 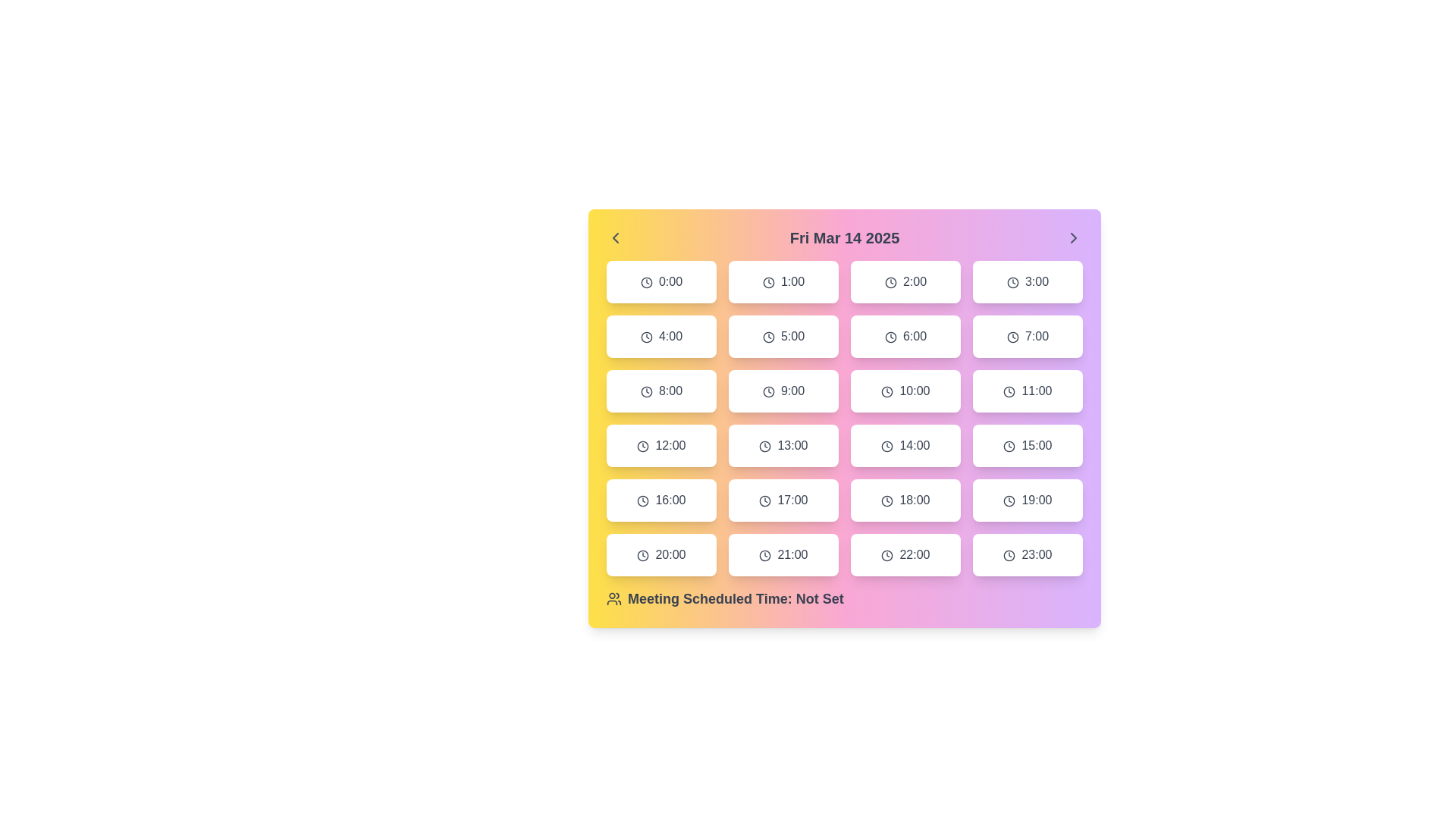 I want to click on the rectangular button with a white background, rounded corners, a clock icon, and the text '6:00', so click(x=905, y=335).